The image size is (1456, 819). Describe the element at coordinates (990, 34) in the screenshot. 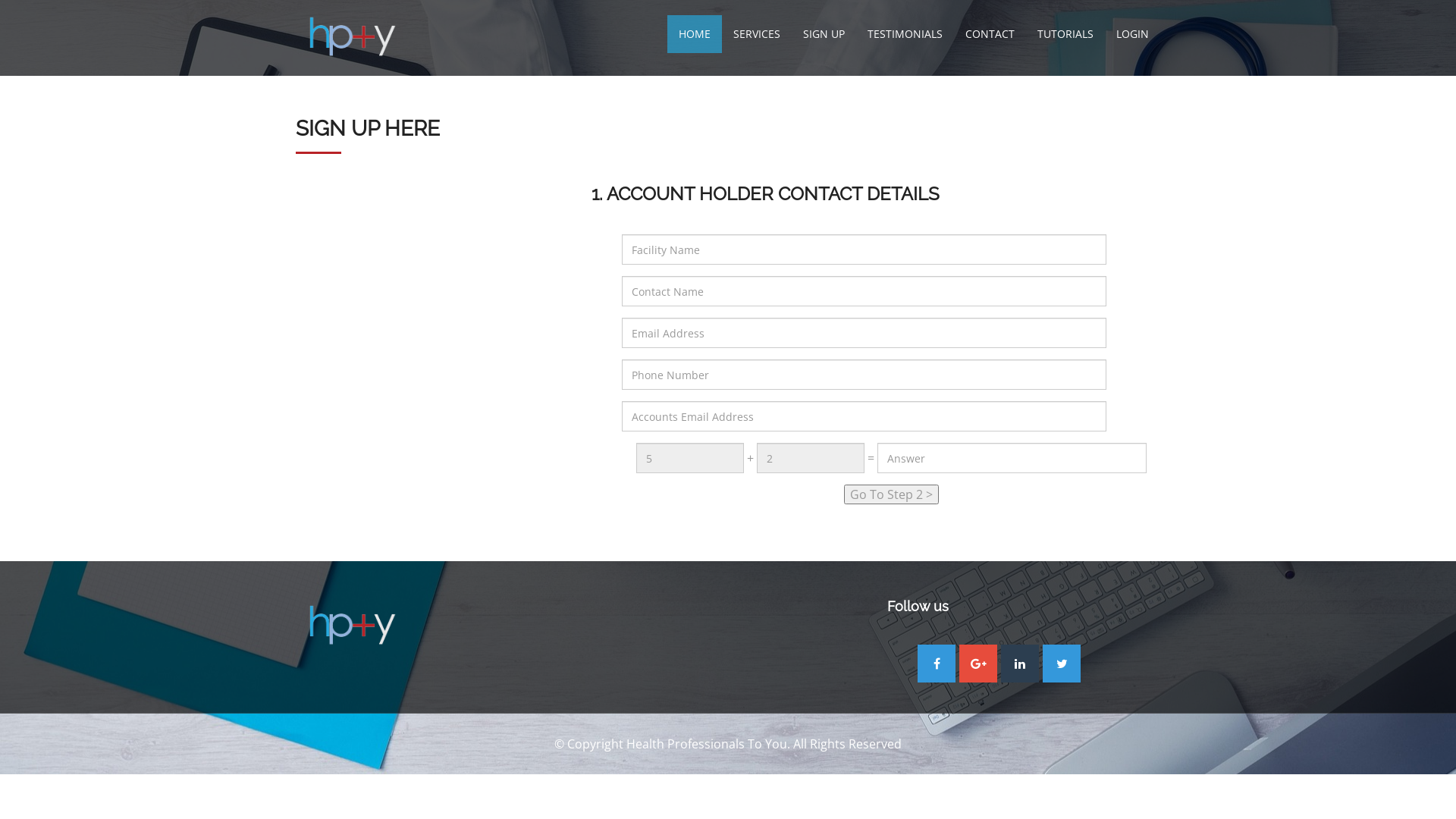

I see `'CONTACT'` at that location.